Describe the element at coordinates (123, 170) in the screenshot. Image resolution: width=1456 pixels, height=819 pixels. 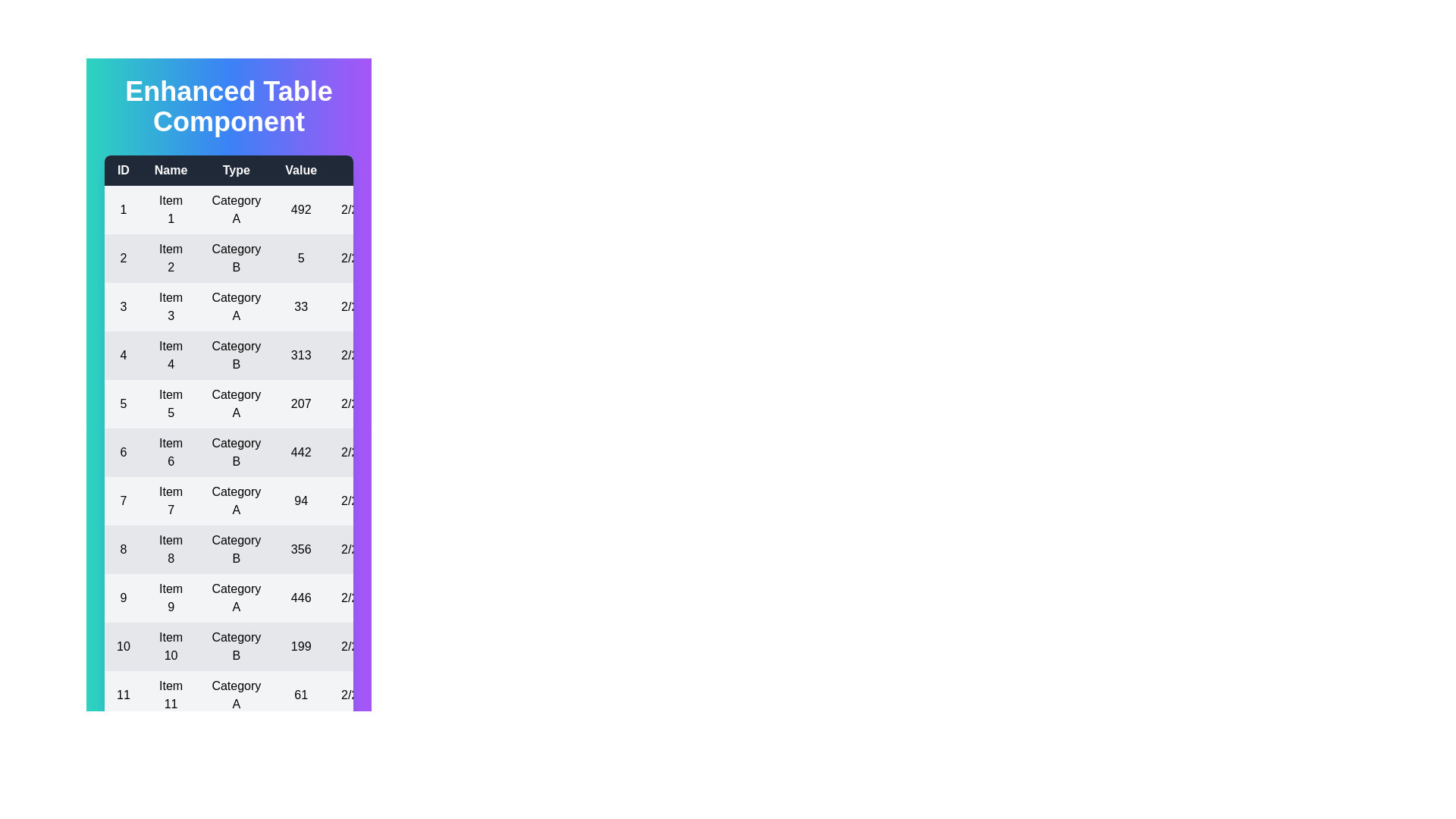
I see `the header of the column to sort by ID` at that location.